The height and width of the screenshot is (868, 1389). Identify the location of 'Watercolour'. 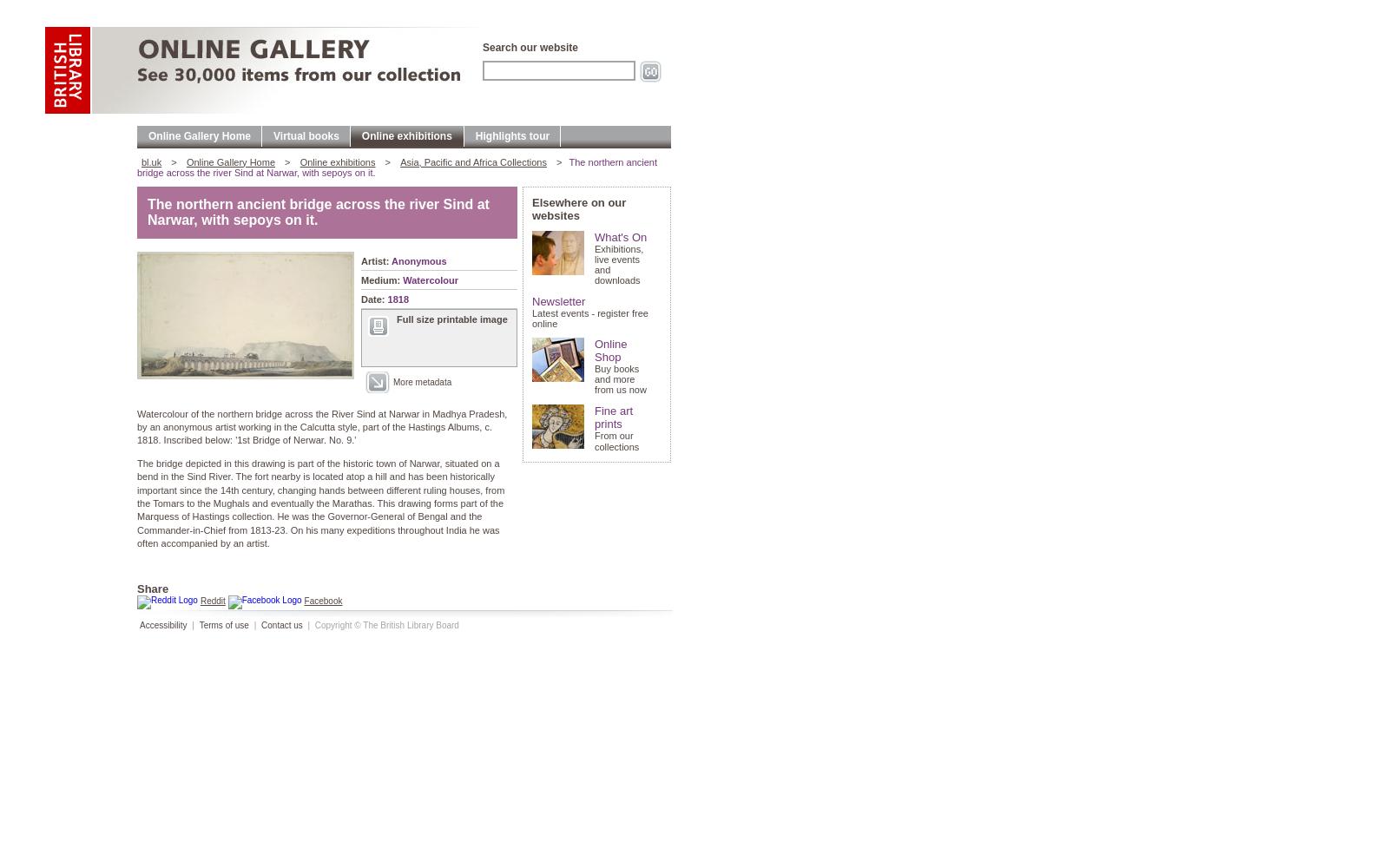
(430, 279).